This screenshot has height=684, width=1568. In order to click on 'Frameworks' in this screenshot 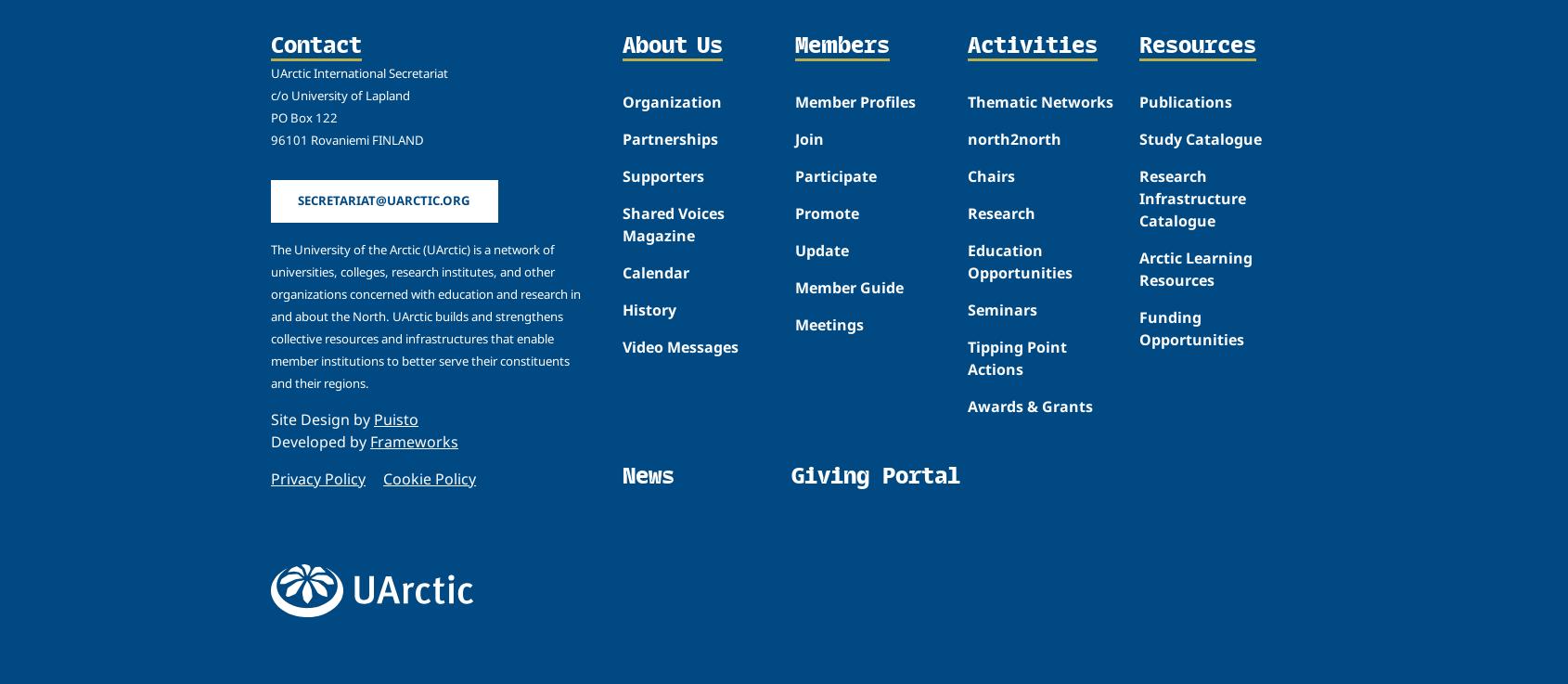, I will do `click(414, 440)`.